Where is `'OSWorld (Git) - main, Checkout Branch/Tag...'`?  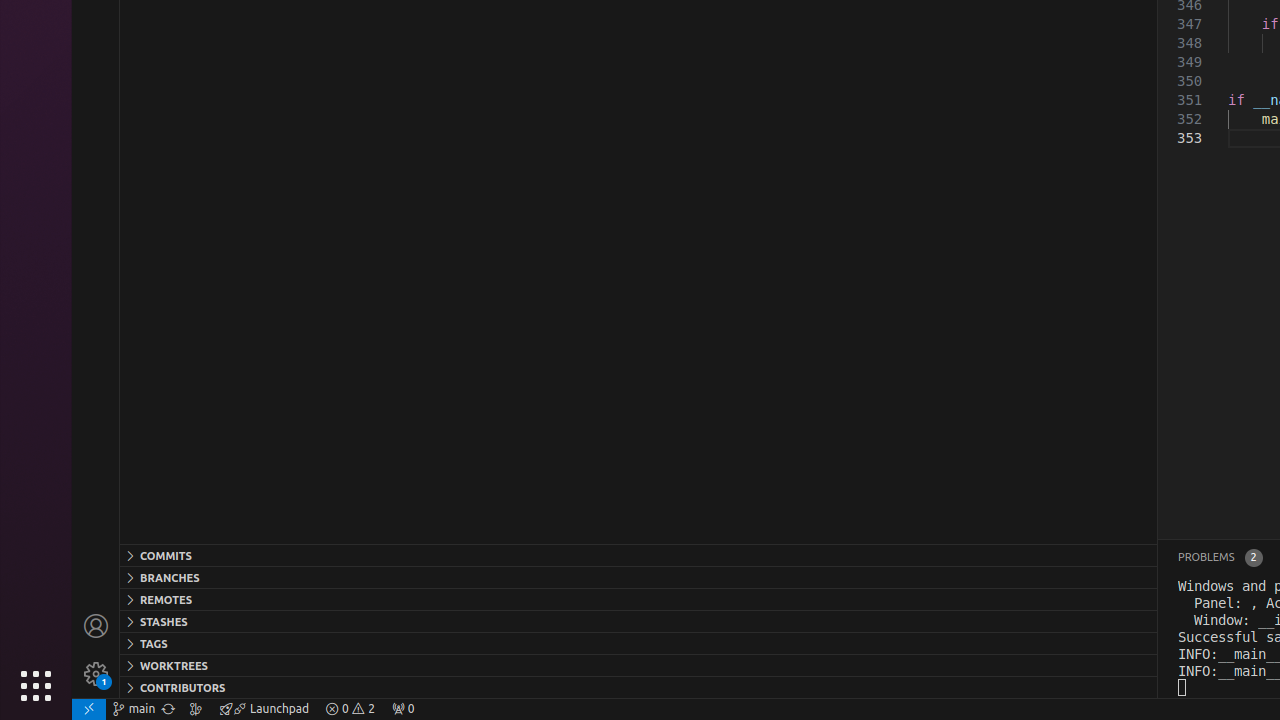 'OSWorld (Git) - main, Checkout Branch/Tag...' is located at coordinates (133, 707).